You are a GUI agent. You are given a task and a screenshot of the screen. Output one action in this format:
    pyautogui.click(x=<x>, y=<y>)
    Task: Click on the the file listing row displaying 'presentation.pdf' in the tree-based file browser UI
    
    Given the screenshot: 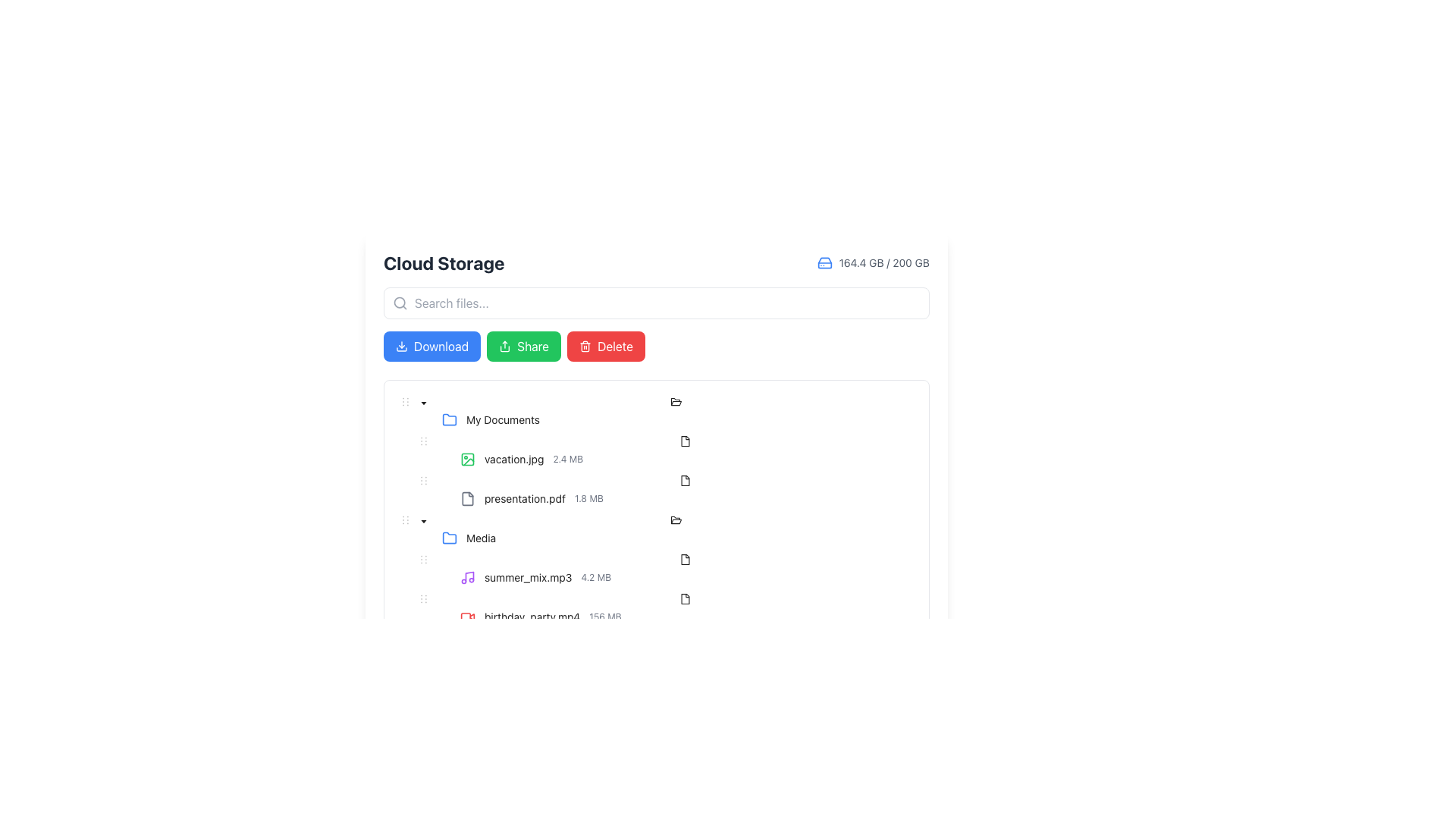 What is the action you would take?
    pyautogui.click(x=684, y=499)
    